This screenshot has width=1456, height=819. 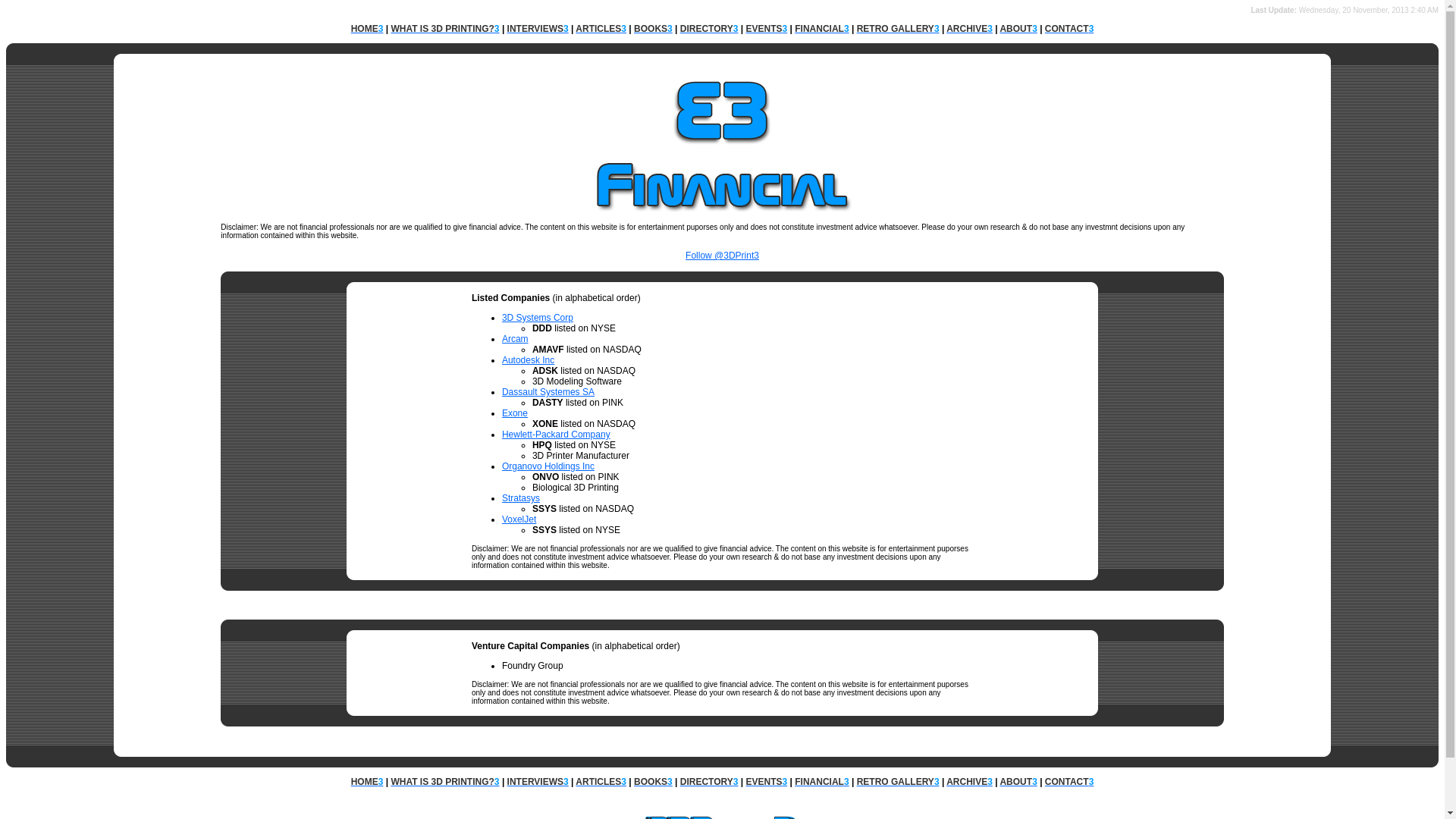 I want to click on 'ARCHIVE3', so click(x=968, y=29).